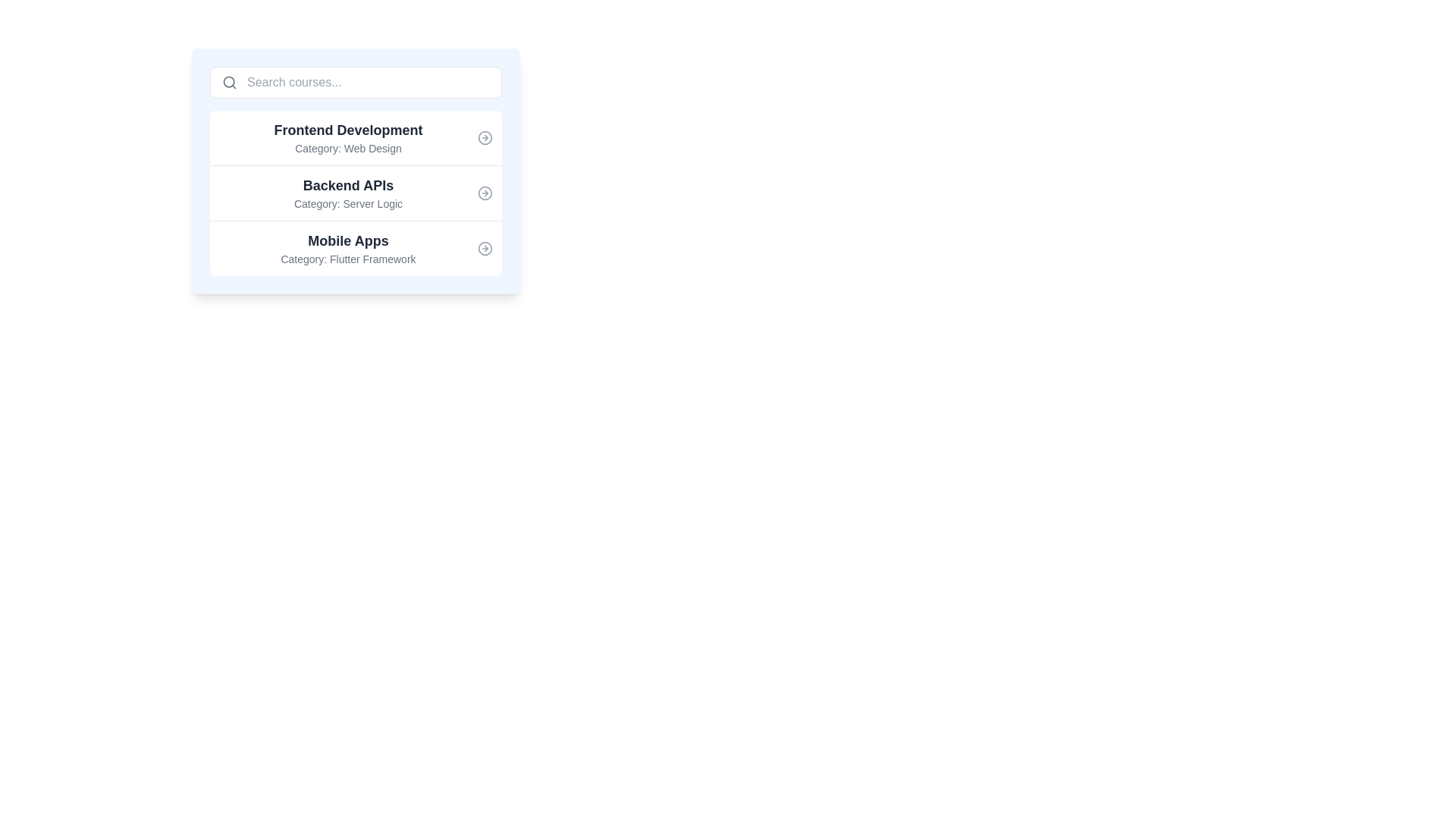 The image size is (1456, 819). I want to click on the SVG Circle located in the top row of the list interface, adjacent to the right side of the 'Frontend Development' text, so click(484, 137).